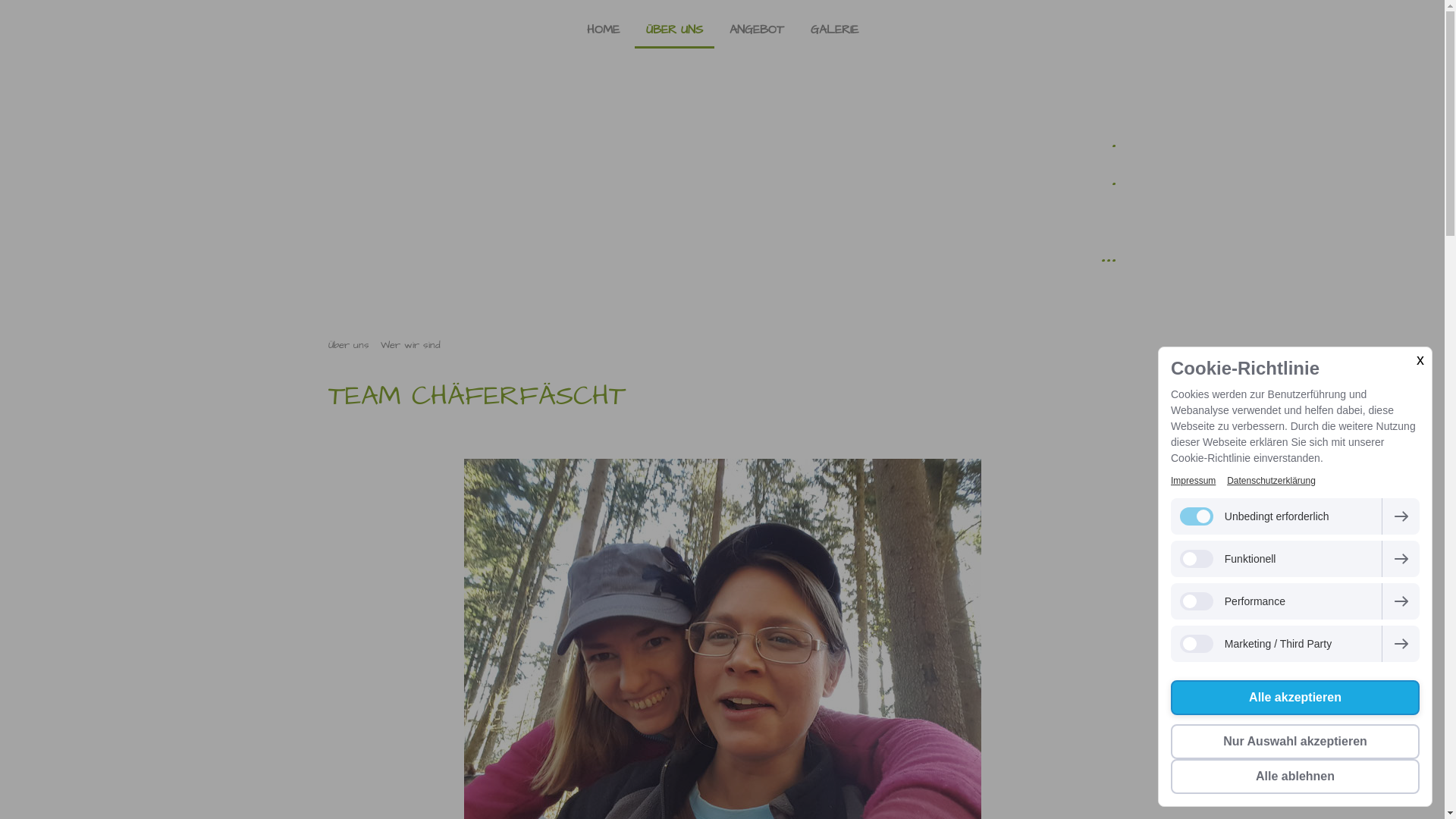  I want to click on 'Nur Auswahl akzeptieren', so click(1294, 741).